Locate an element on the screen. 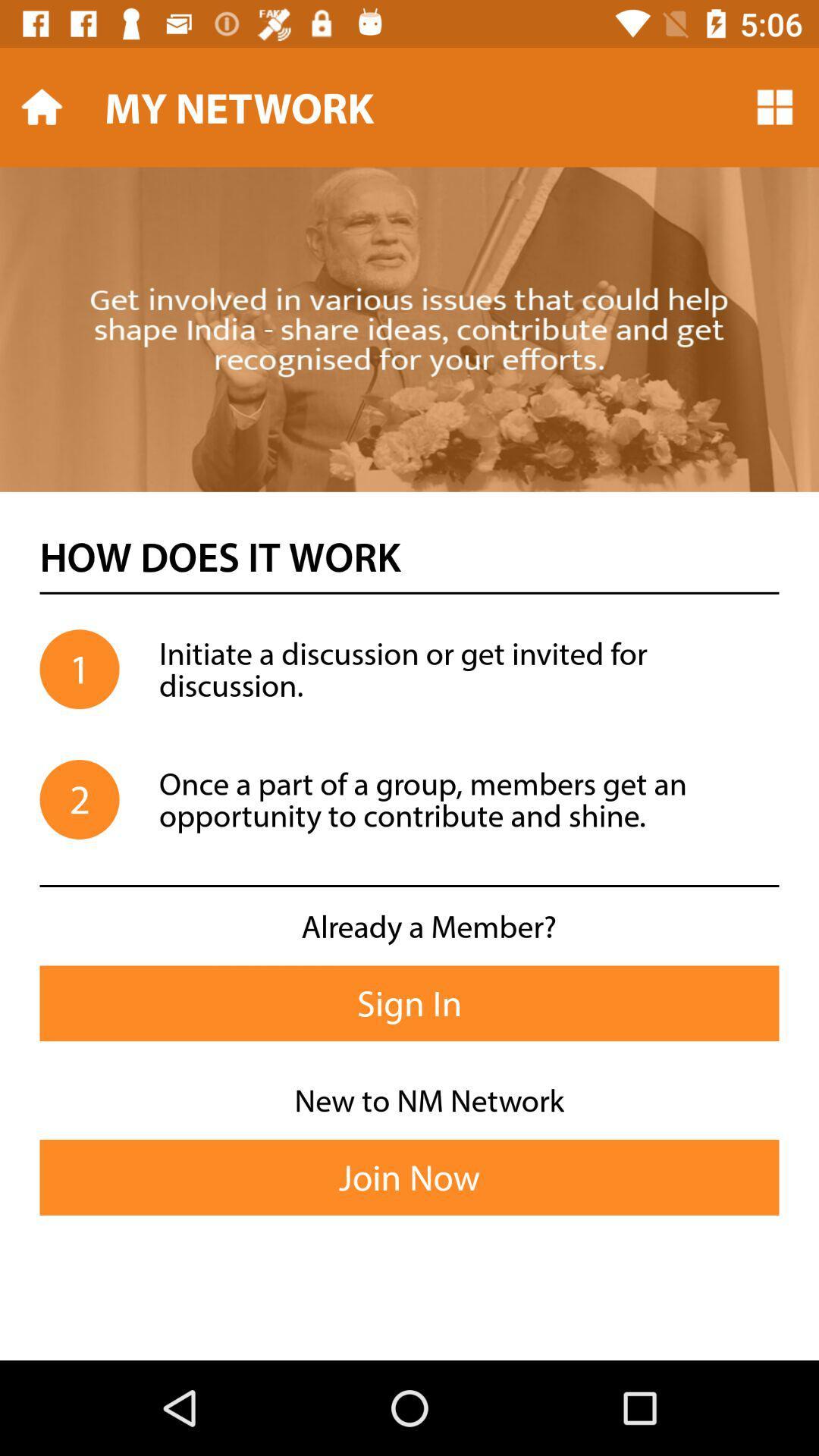 This screenshot has height=1456, width=819. the sign in item is located at coordinates (409, 1003).